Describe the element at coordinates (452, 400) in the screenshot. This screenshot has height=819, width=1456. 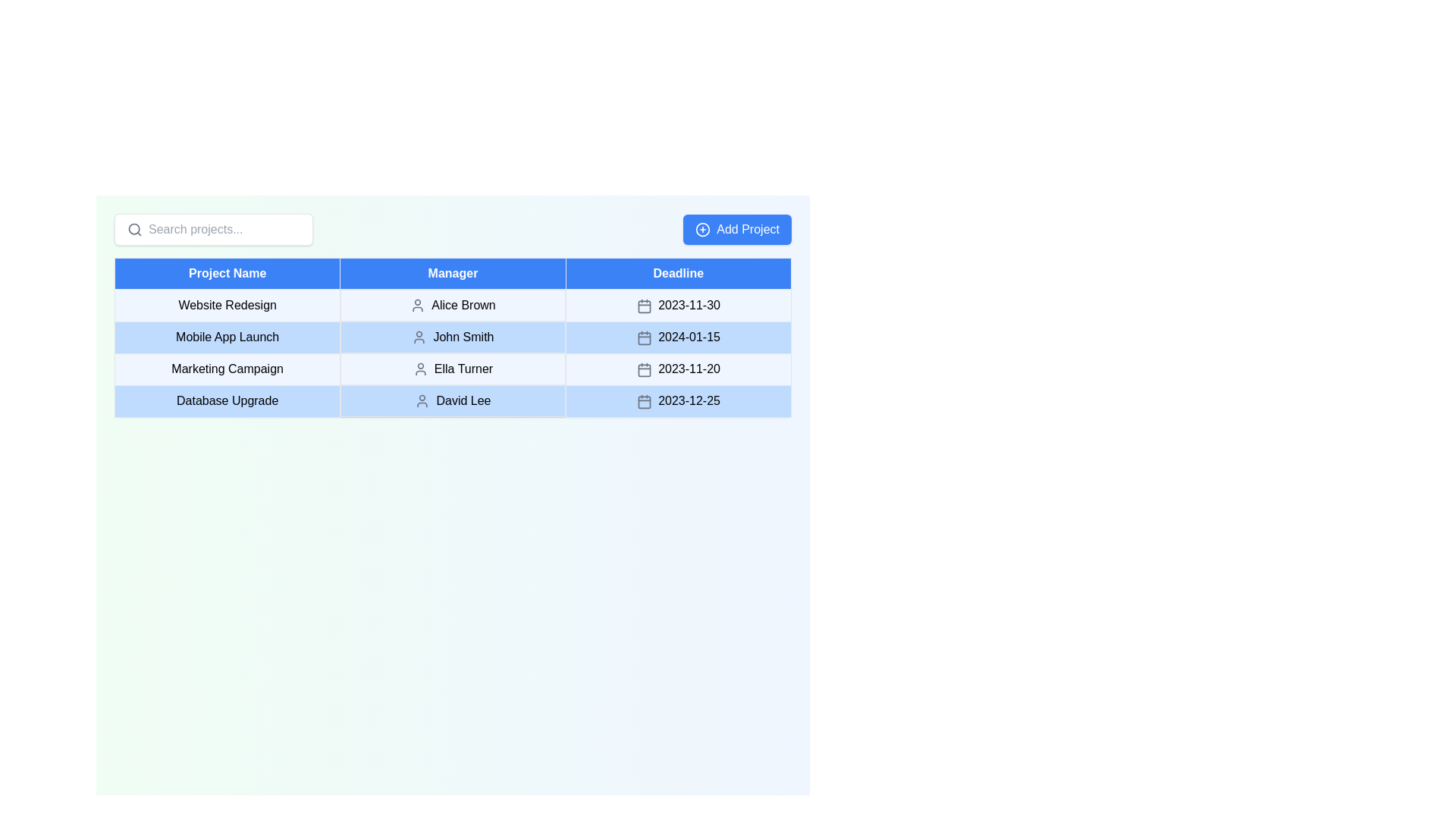
I see `the 'David Lee' Text with Icon element located in the second column of the table under 'Manager'` at that location.